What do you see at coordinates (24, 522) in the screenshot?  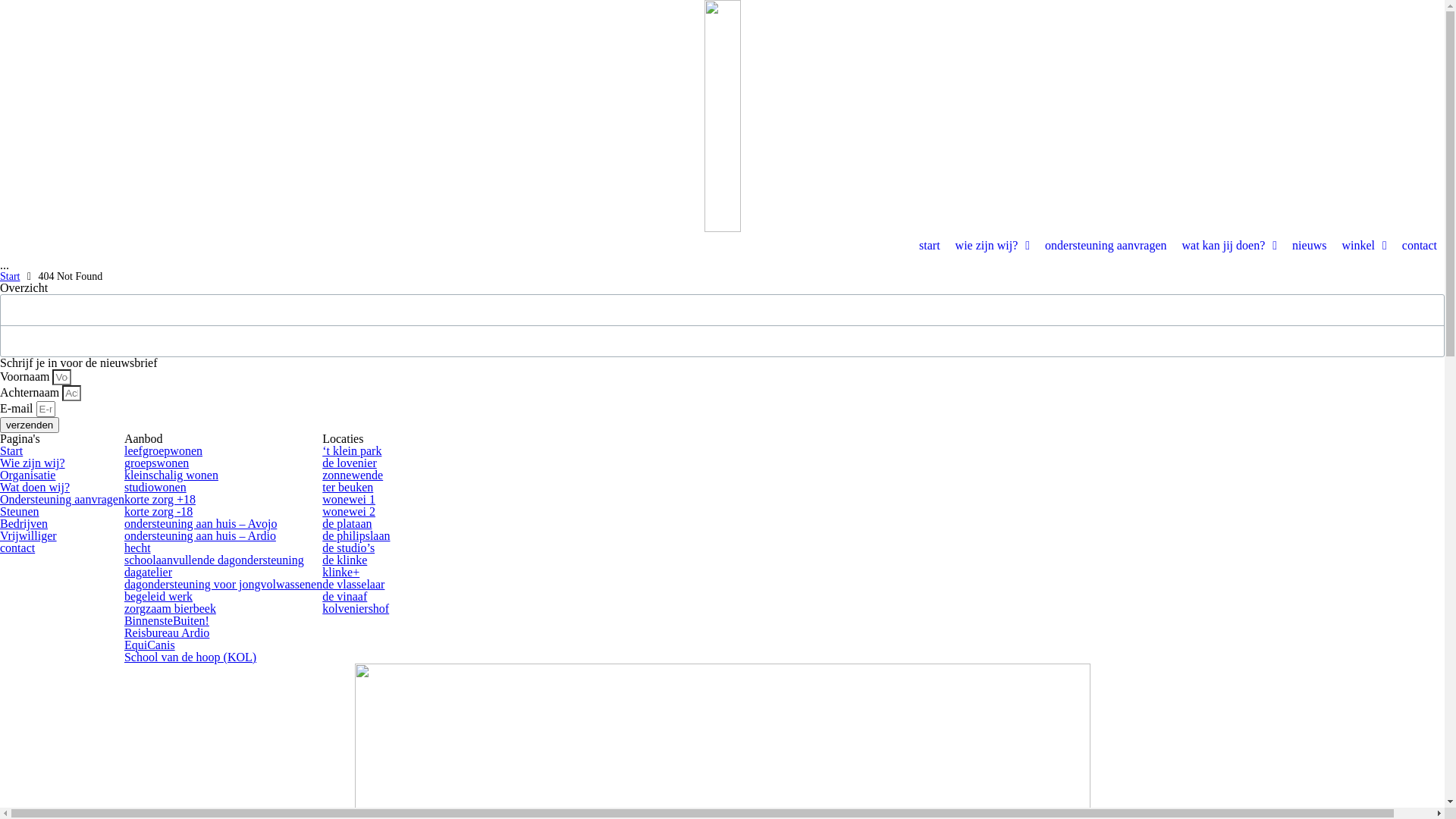 I see `'Bedrijven'` at bounding box center [24, 522].